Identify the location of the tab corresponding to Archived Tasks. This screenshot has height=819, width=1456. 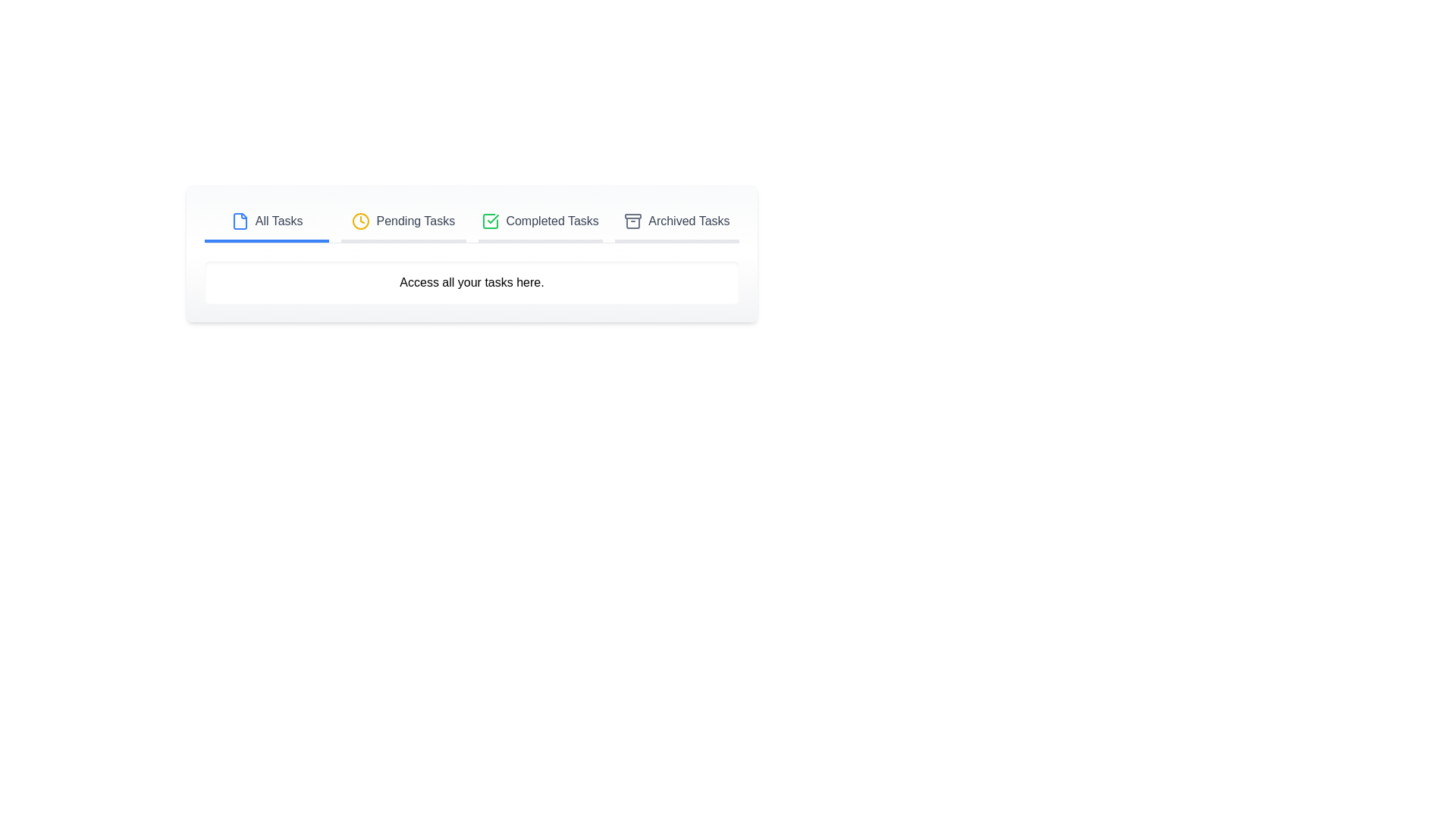
(676, 222).